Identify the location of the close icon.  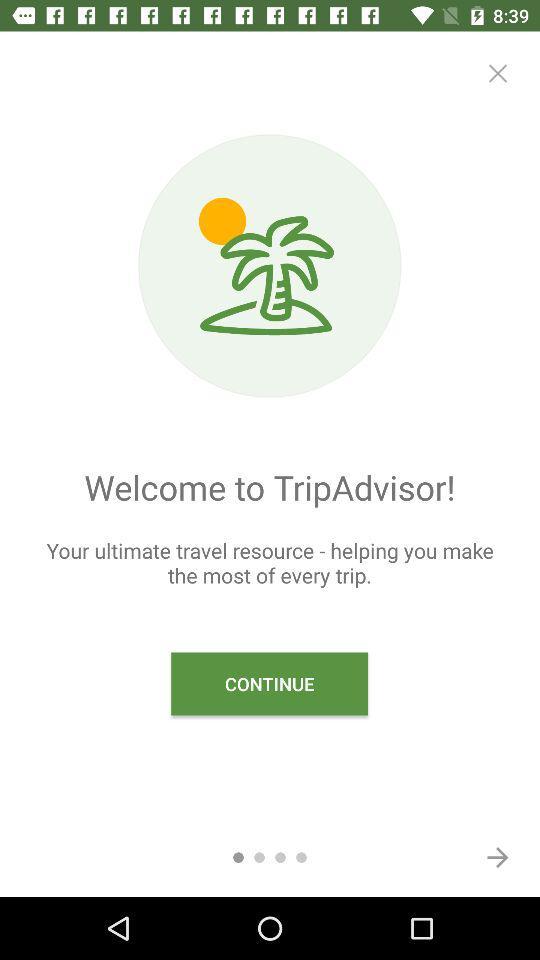
(496, 73).